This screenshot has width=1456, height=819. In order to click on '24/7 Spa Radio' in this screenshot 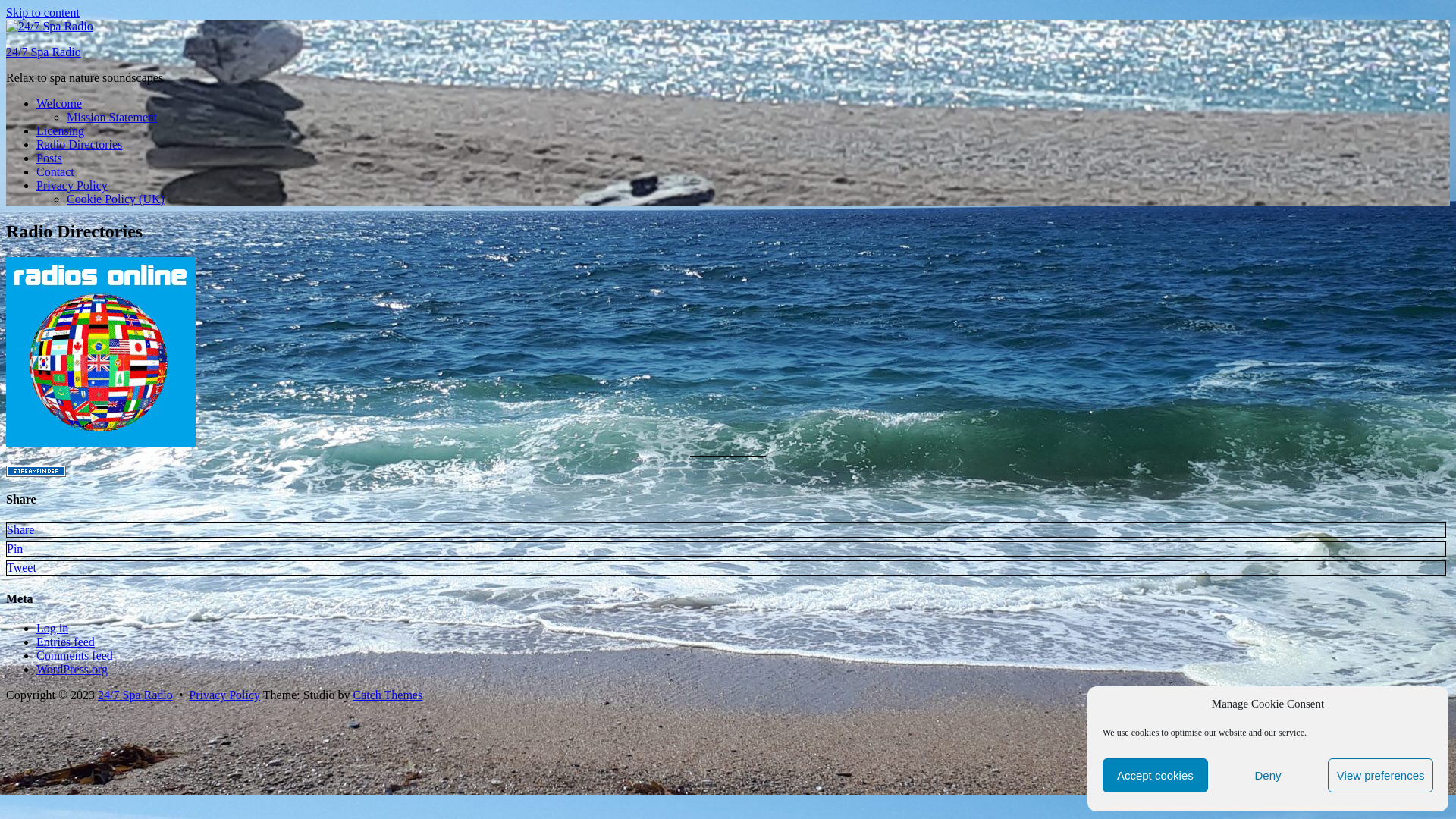, I will do `click(97, 695)`.